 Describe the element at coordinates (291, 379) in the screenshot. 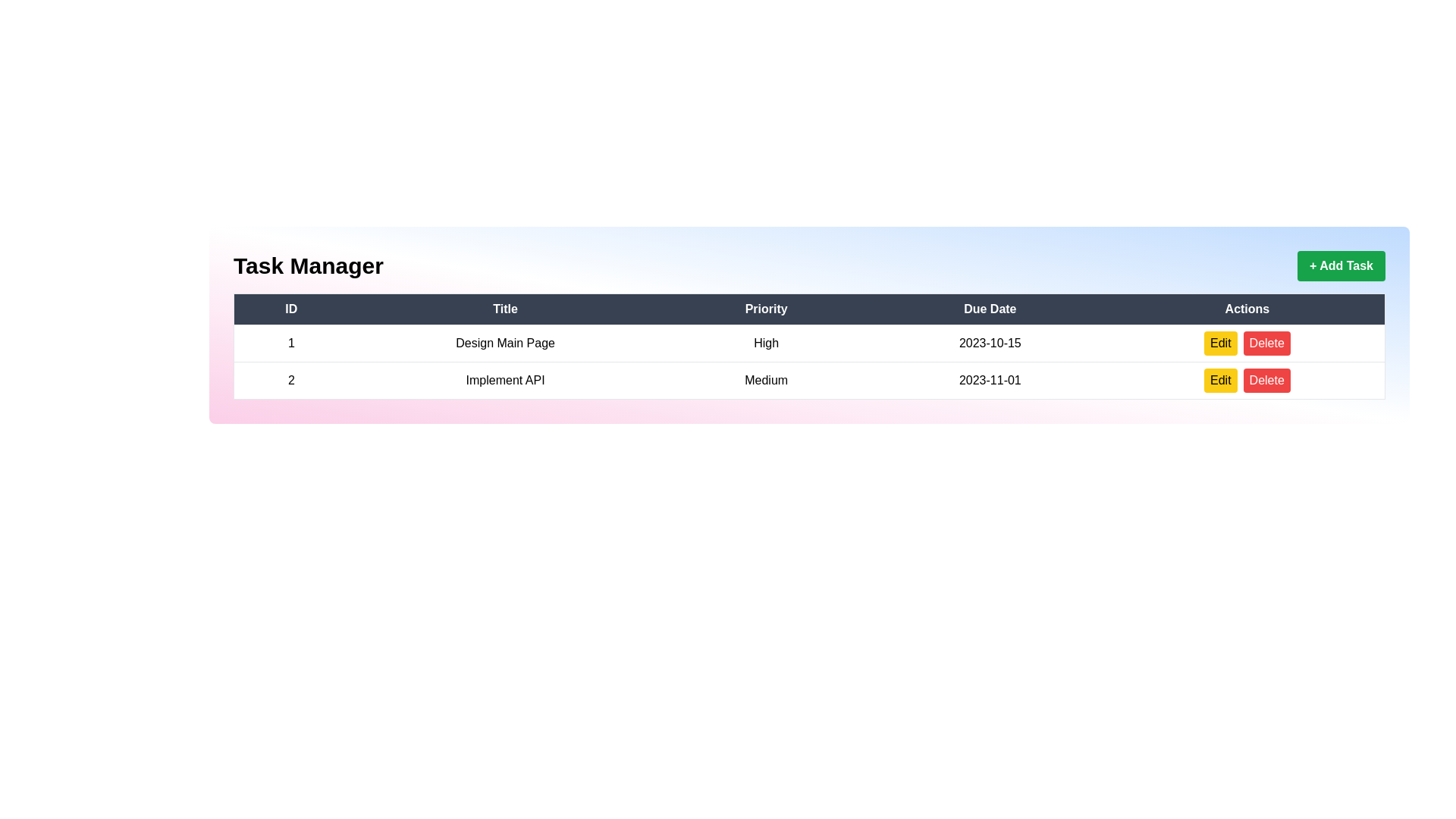

I see `the static text element displaying the number '2', which is located in the second table row under the ID column` at that location.